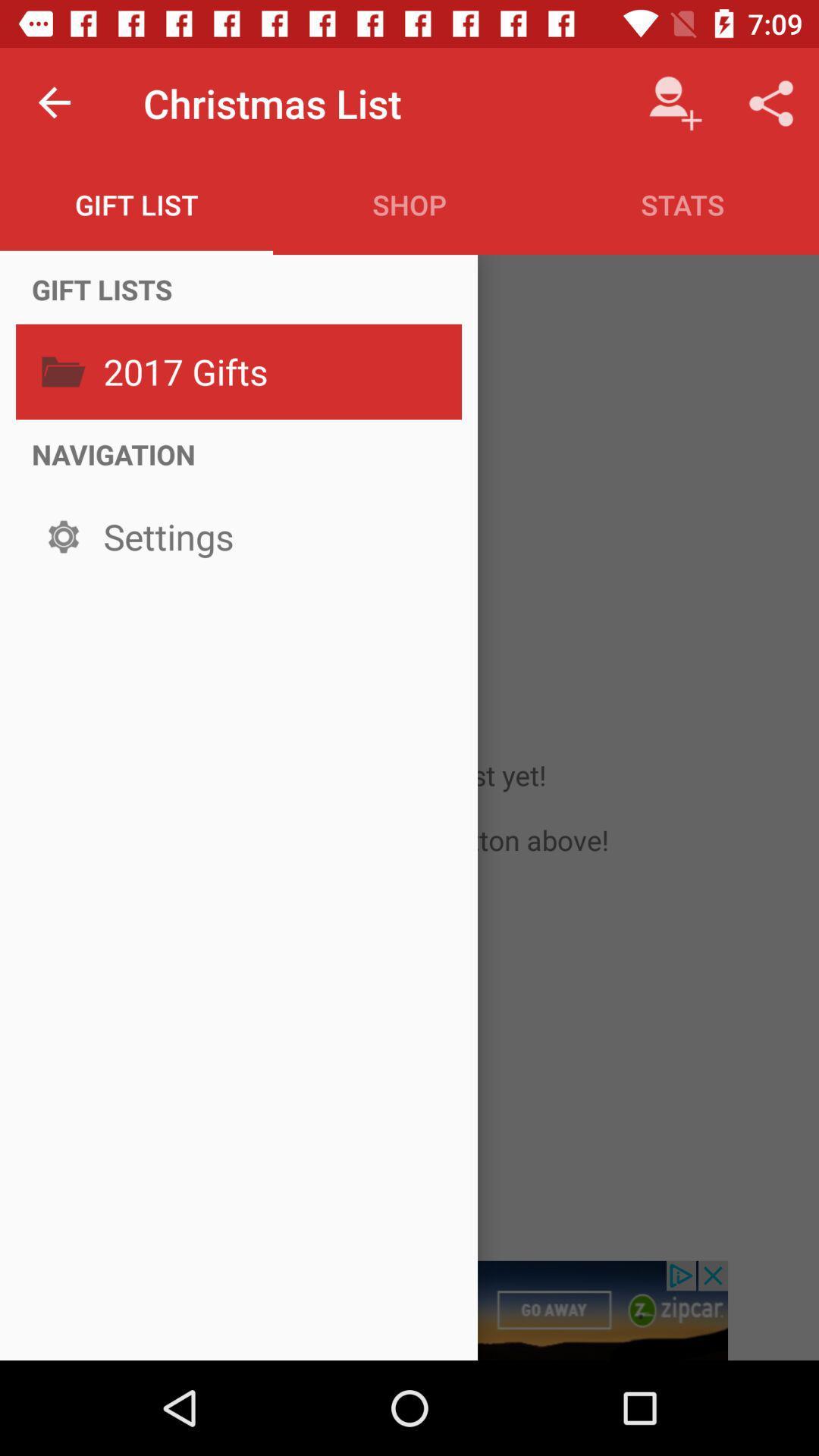 The image size is (819, 1456). I want to click on the icon below the navigation, so click(278, 537).